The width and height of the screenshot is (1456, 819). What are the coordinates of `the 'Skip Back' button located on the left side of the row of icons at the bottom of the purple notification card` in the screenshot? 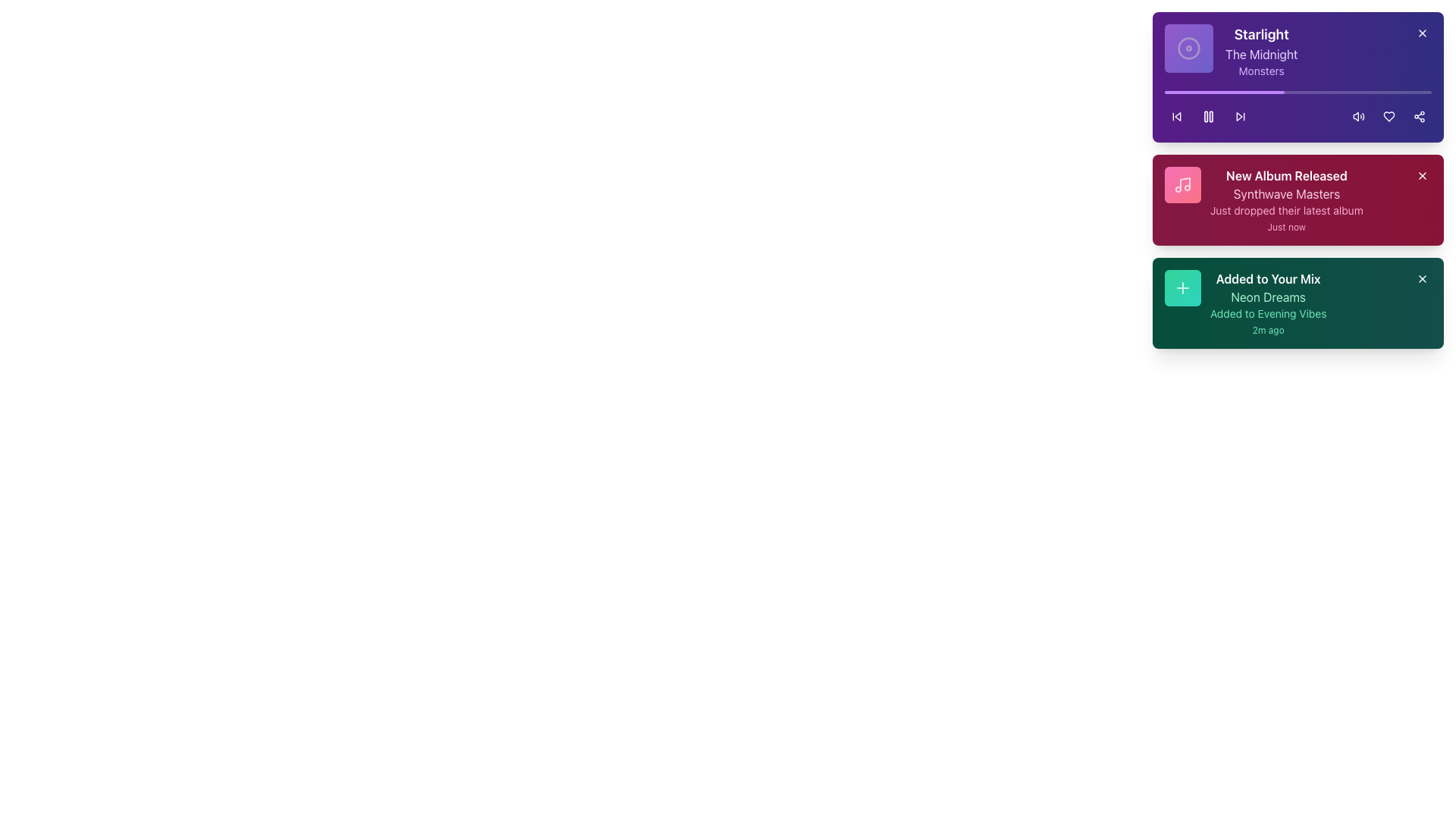 It's located at (1175, 116).